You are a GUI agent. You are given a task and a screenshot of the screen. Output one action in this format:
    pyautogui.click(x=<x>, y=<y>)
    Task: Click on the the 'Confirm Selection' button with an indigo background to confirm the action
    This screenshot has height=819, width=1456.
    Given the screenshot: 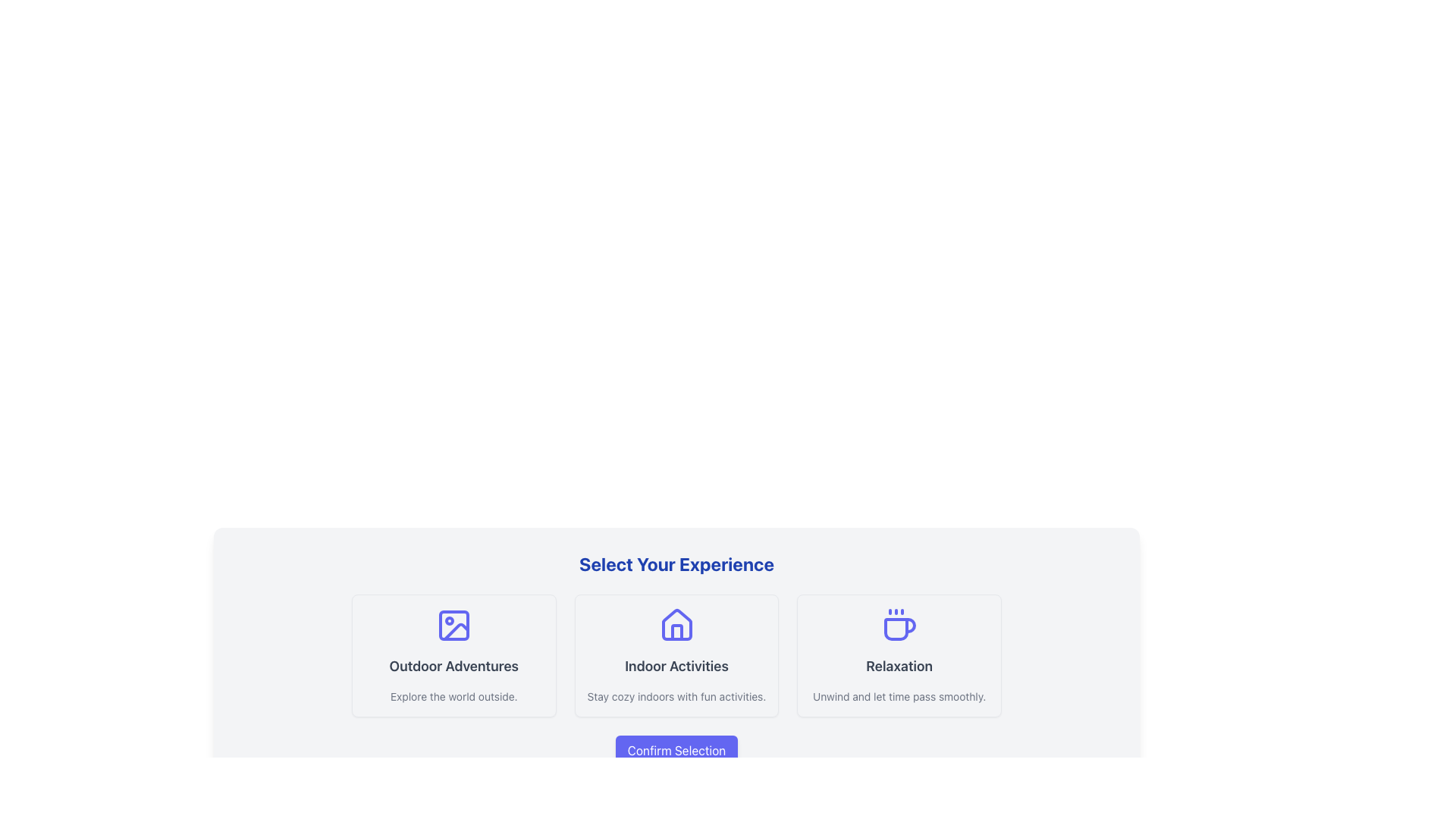 What is the action you would take?
    pyautogui.click(x=676, y=751)
    